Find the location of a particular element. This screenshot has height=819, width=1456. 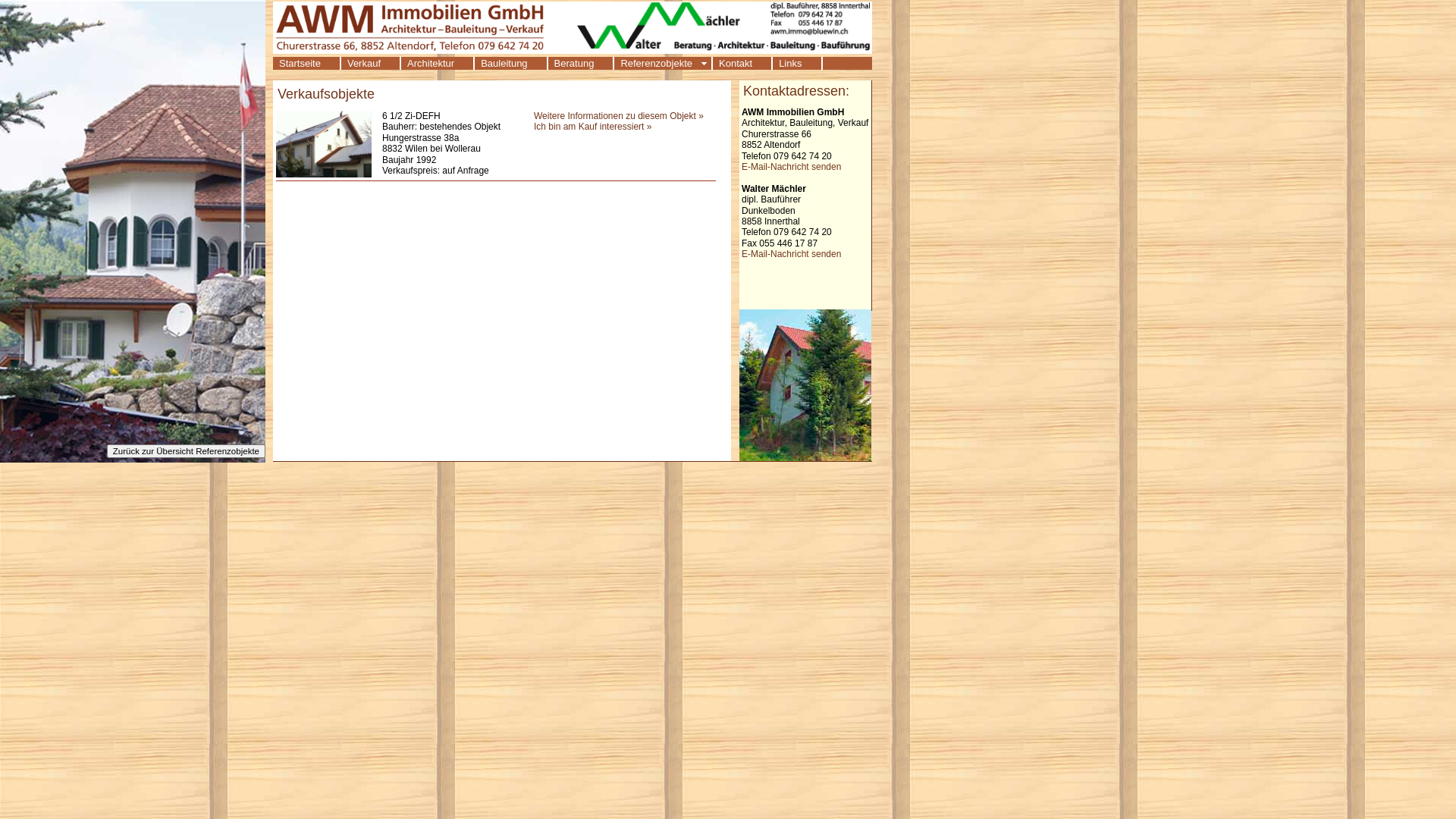

'E-Mail-Nachricht senden' is located at coordinates (742, 166).